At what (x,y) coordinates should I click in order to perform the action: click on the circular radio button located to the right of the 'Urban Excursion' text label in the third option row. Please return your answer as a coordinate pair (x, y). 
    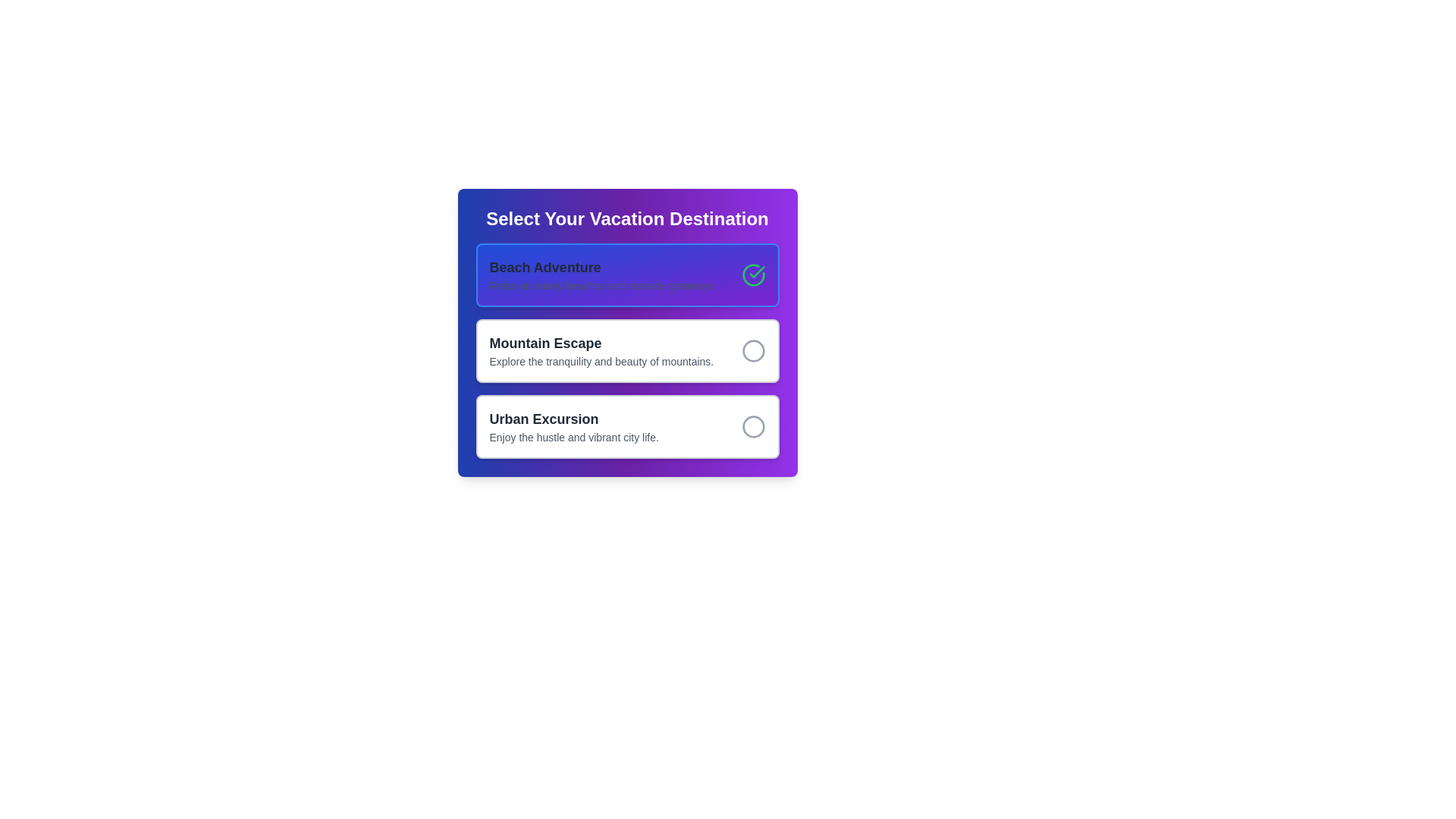
    Looking at the image, I should click on (753, 427).